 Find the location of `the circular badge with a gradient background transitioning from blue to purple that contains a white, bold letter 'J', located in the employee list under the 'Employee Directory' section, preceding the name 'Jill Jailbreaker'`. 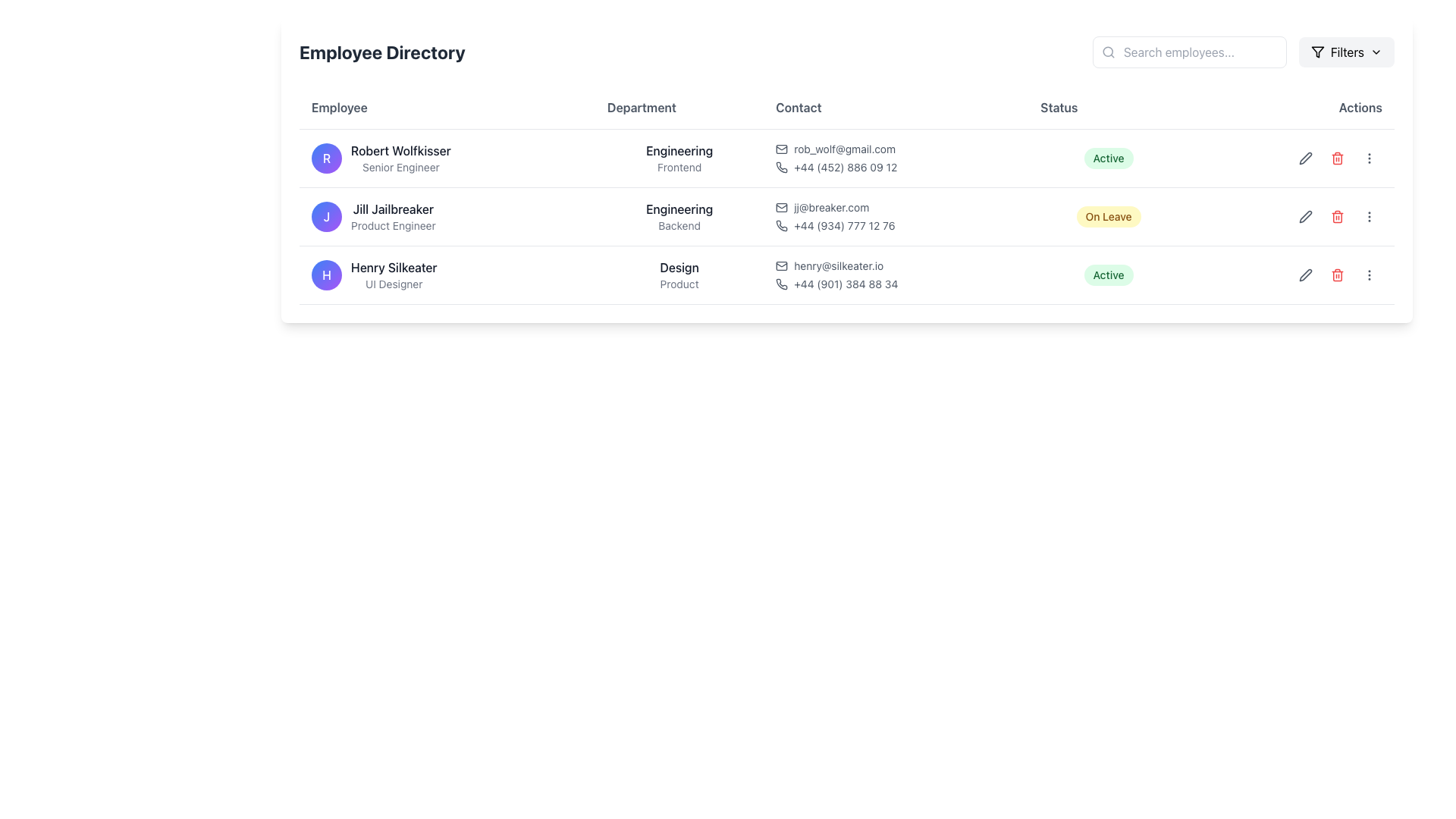

the circular badge with a gradient background transitioning from blue to purple that contains a white, bold letter 'J', located in the employee list under the 'Employee Directory' section, preceding the name 'Jill Jailbreaker' is located at coordinates (326, 216).